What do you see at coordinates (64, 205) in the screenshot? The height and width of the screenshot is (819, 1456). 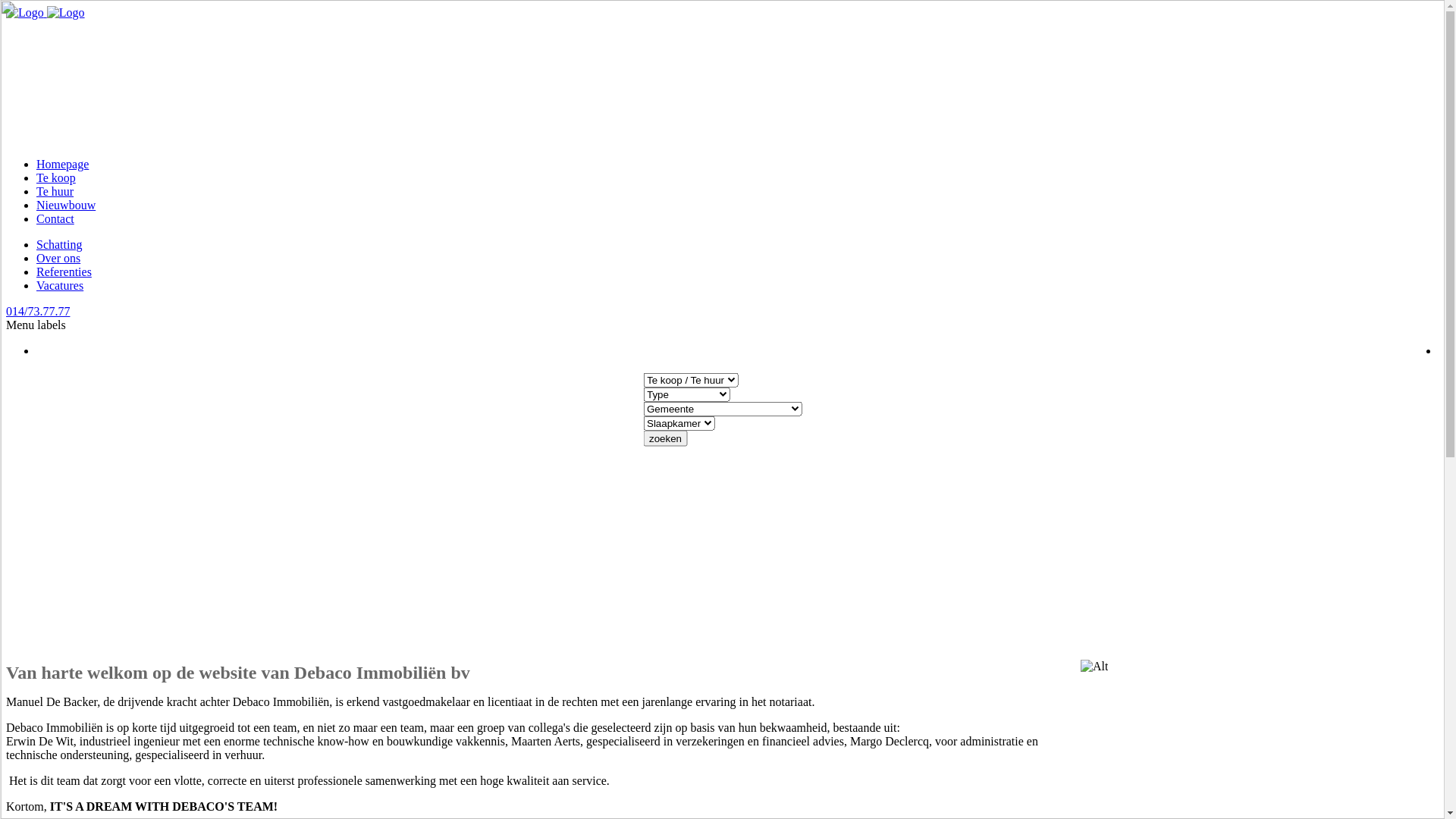 I see `'Nieuwbouw'` at bounding box center [64, 205].